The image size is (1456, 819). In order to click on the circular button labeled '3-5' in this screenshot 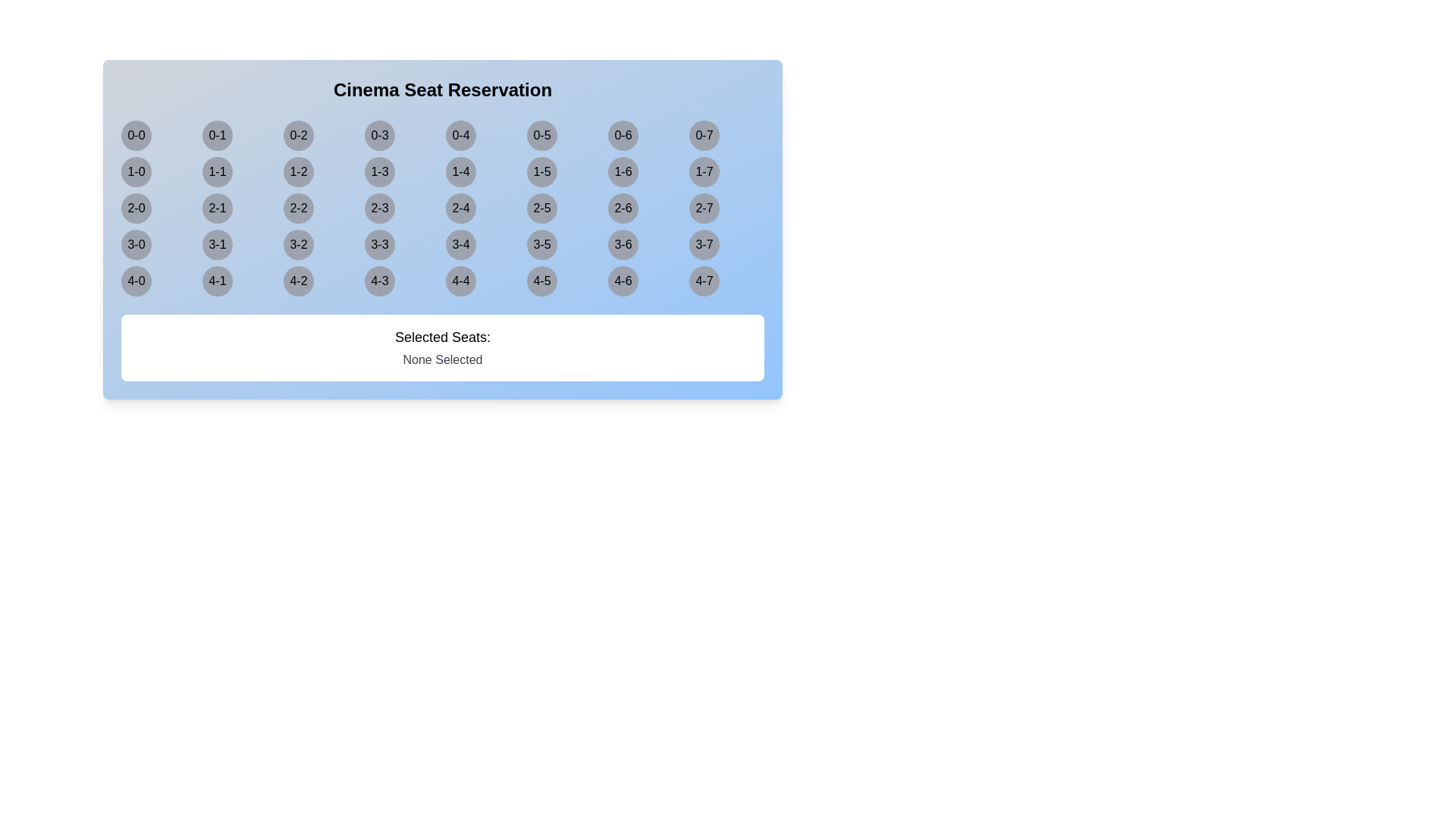, I will do `click(542, 244)`.